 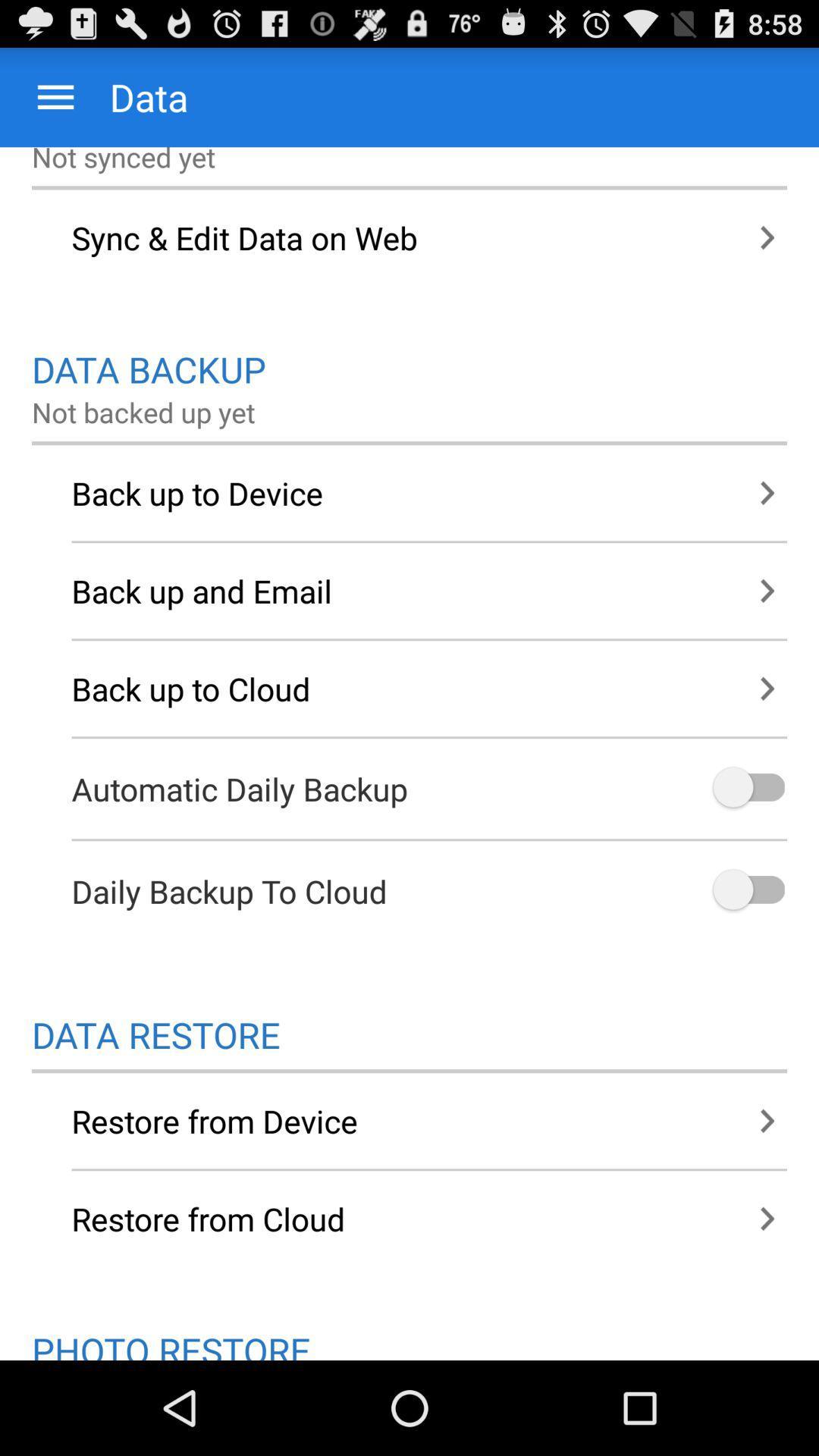 I want to click on the menu icon, so click(x=55, y=103).